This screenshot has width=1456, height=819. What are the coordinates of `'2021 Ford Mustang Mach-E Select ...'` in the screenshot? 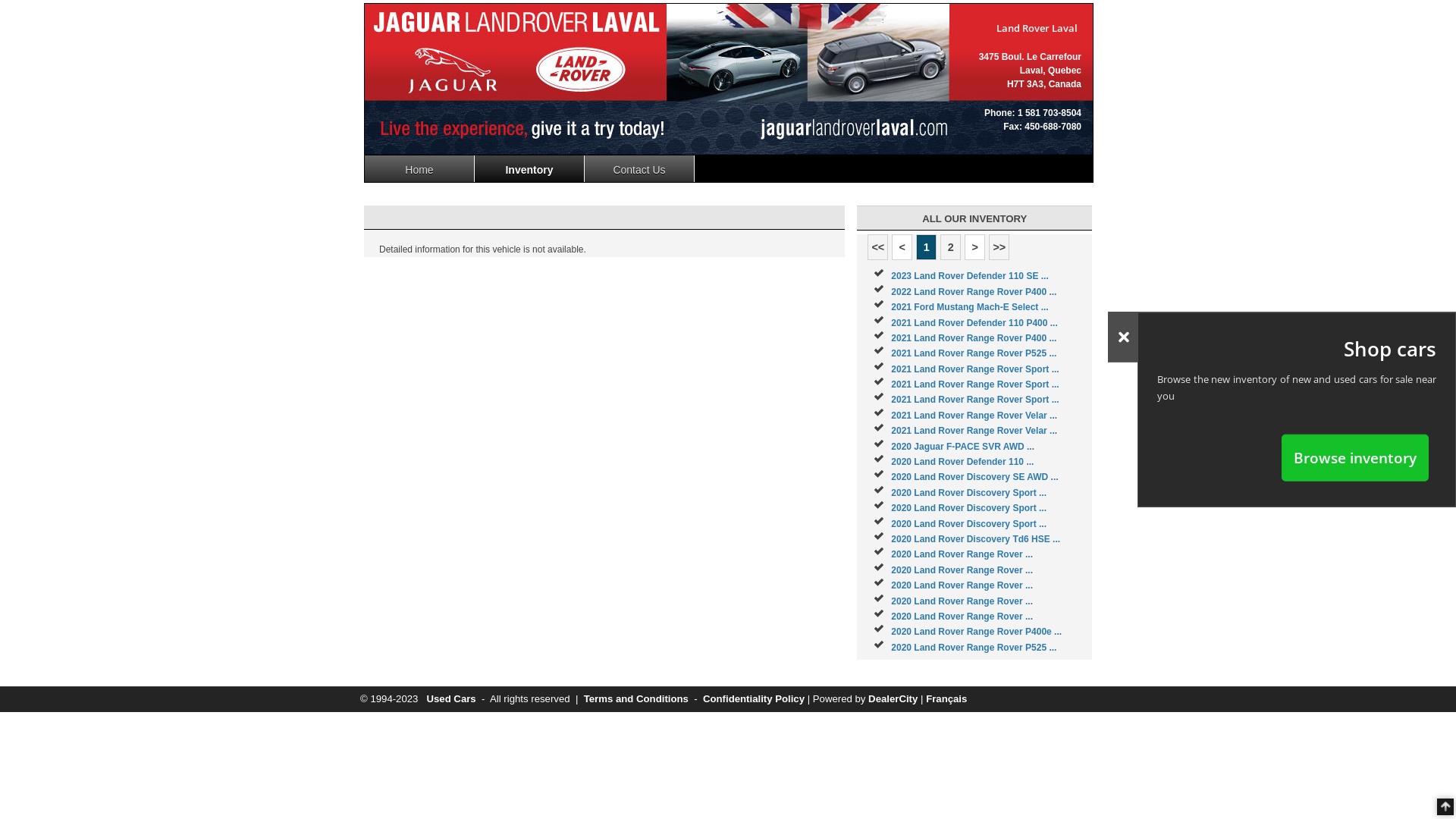 It's located at (968, 307).